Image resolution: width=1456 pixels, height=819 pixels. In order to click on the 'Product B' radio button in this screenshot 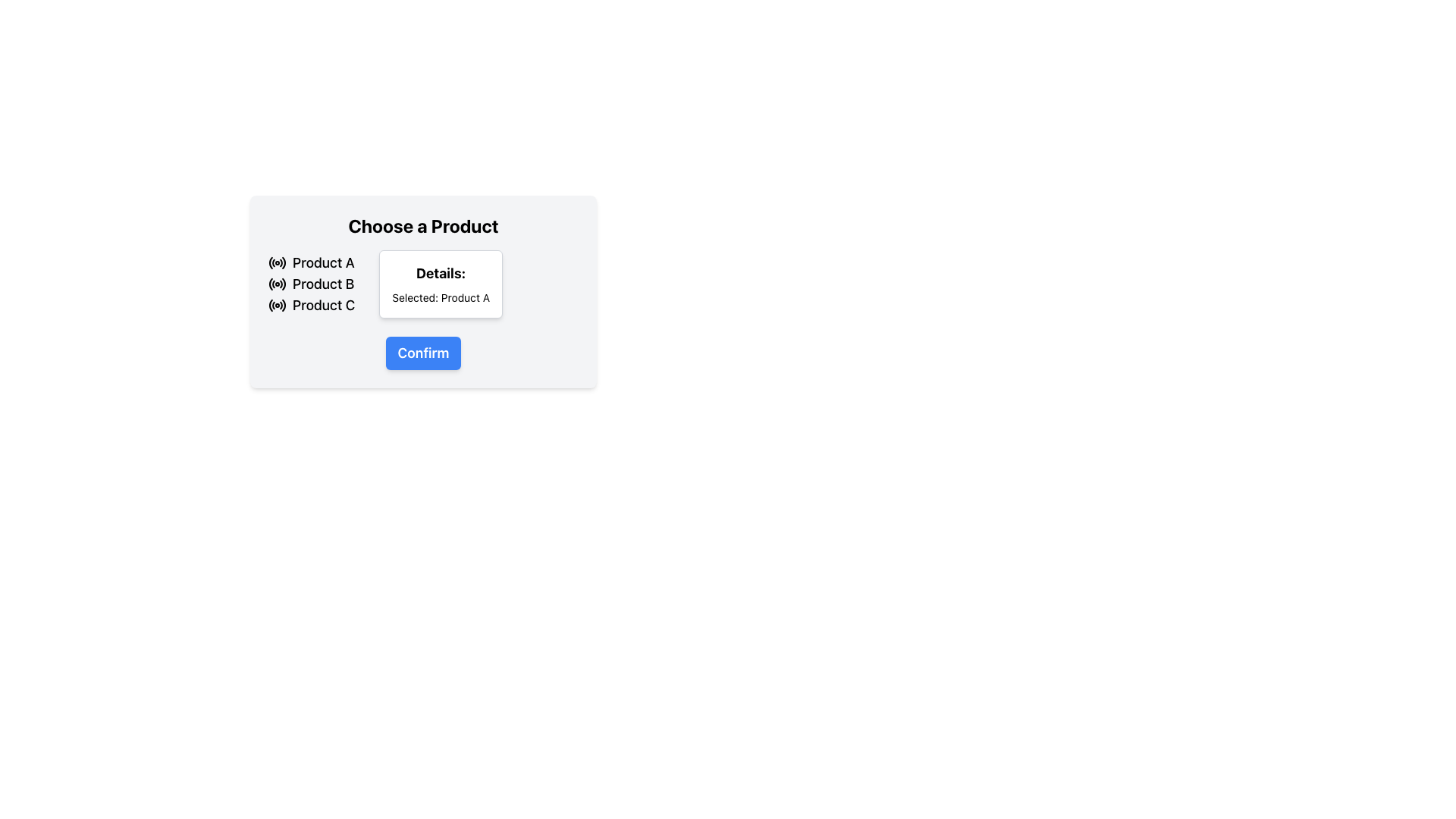, I will do `click(277, 284)`.